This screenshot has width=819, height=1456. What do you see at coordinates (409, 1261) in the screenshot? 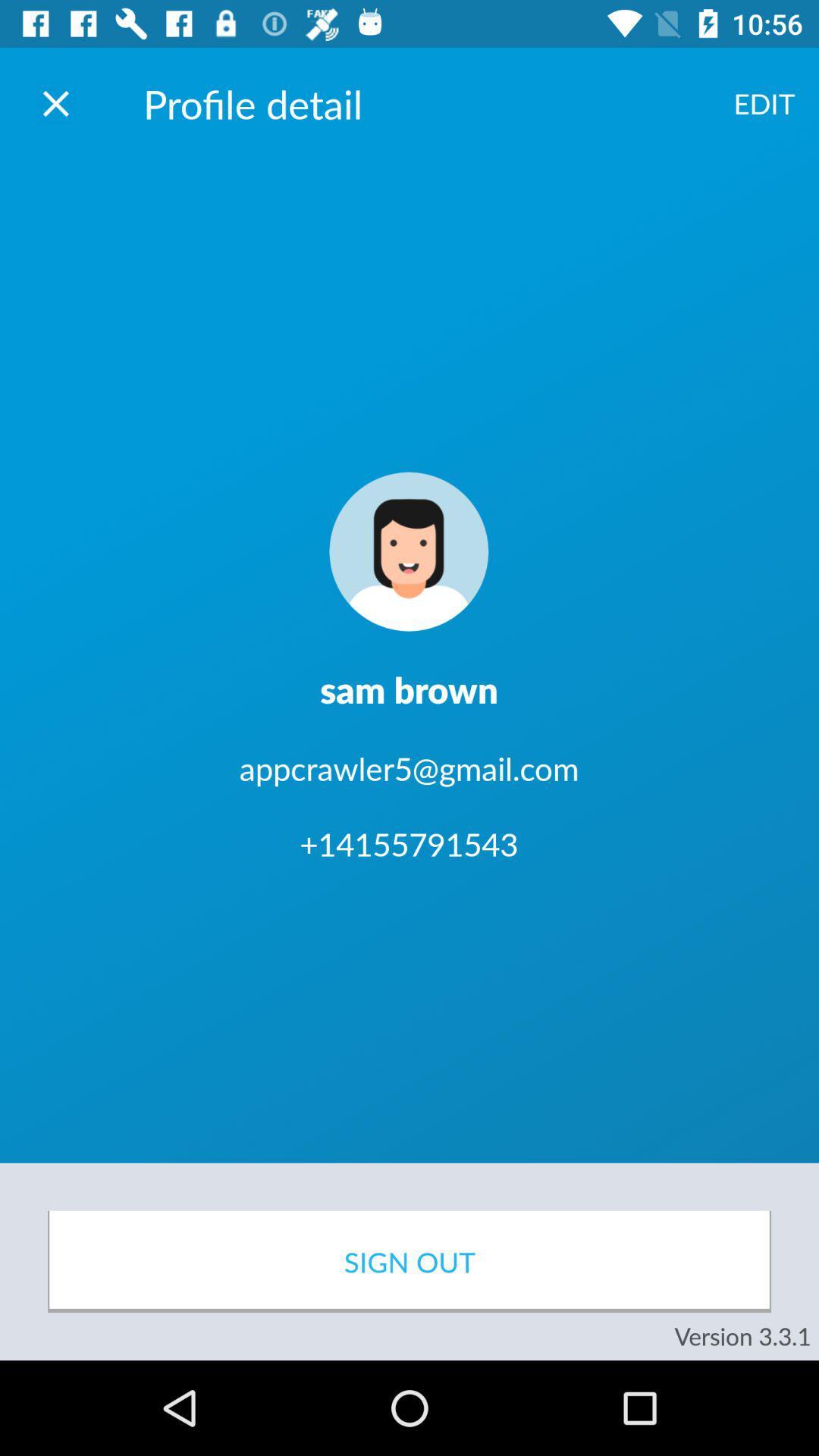
I see `sign out` at bounding box center [409, 1261].